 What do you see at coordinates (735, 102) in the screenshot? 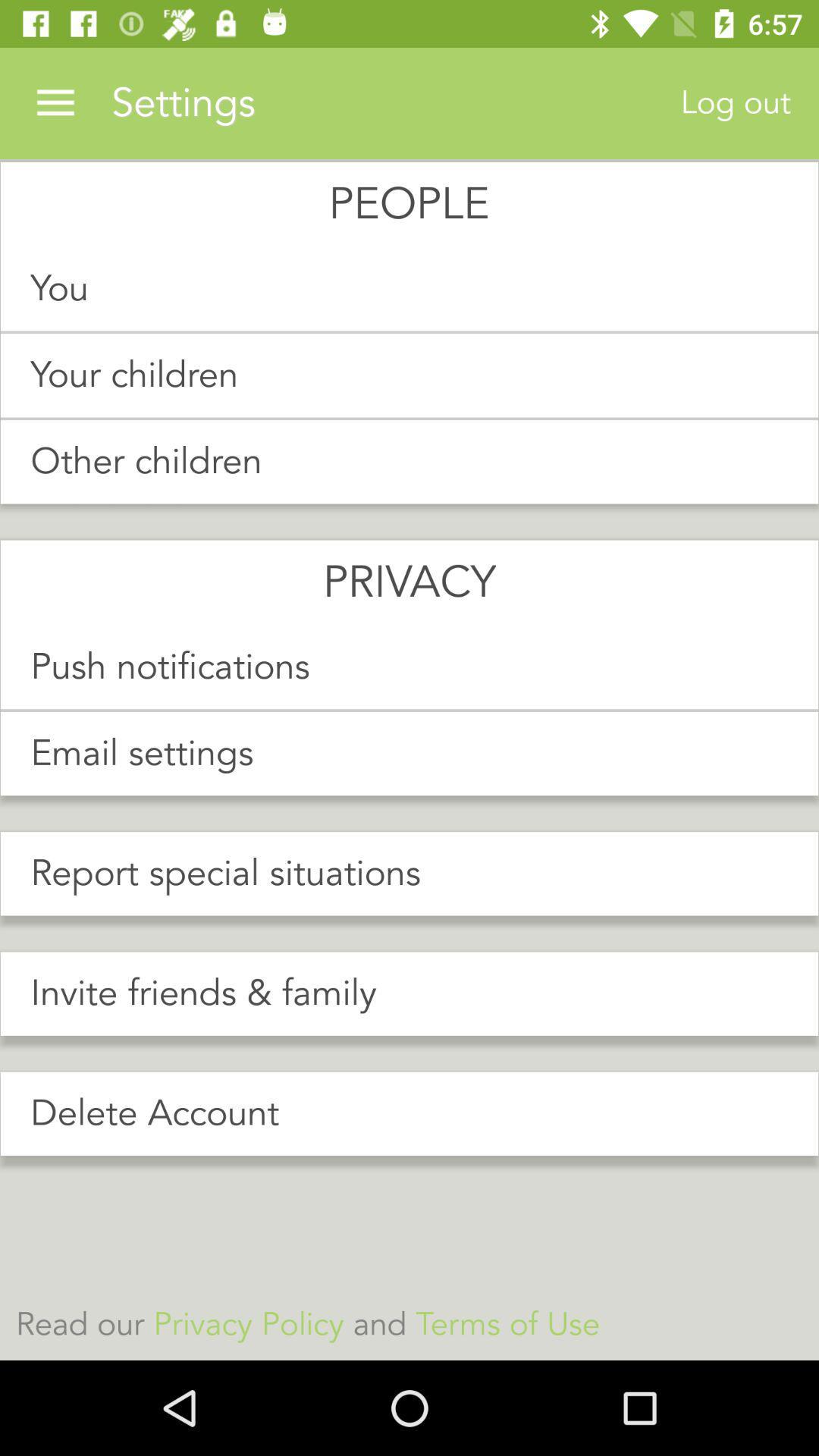
I see `log out at the top right corner` at bounding box center [735, 102].